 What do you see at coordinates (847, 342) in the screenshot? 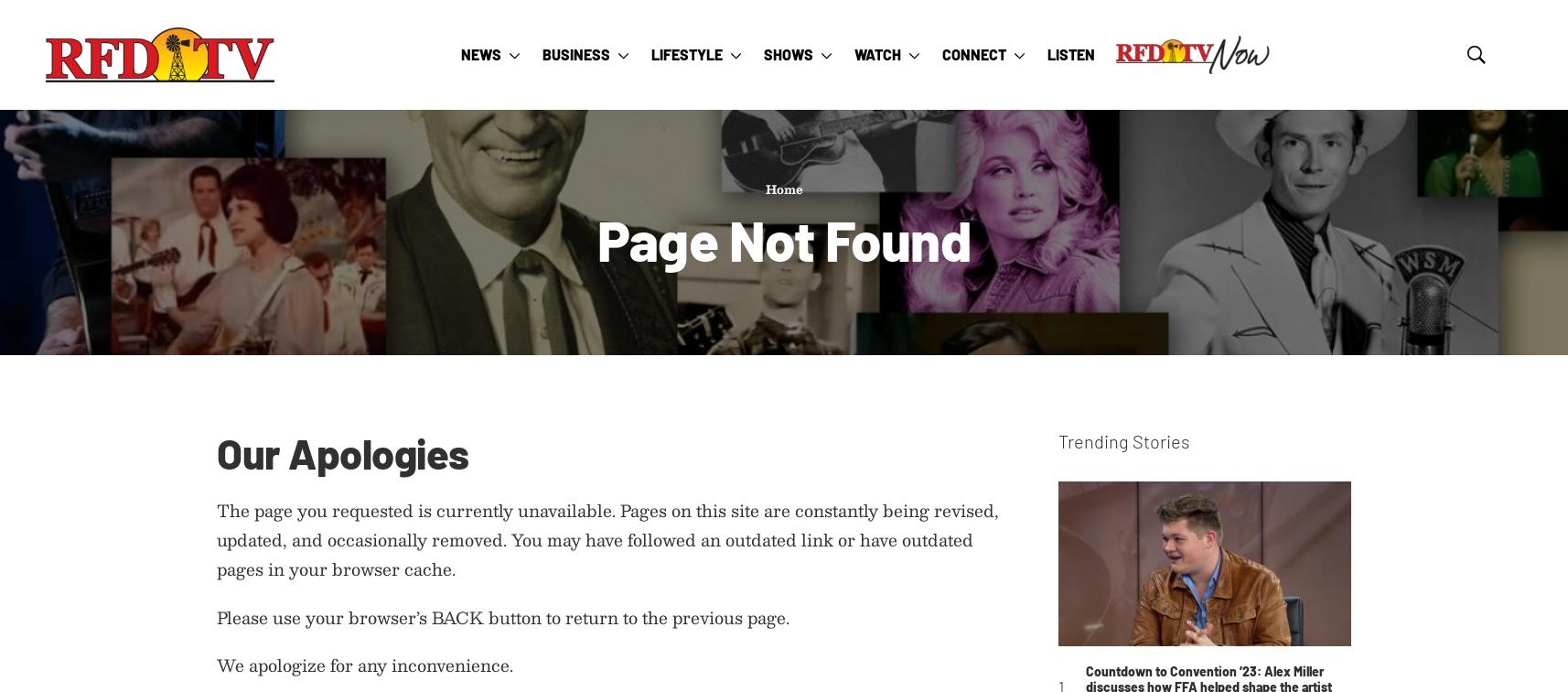
I see `'Rural Lifestyle Shows'` at bounding box center [847, 342].